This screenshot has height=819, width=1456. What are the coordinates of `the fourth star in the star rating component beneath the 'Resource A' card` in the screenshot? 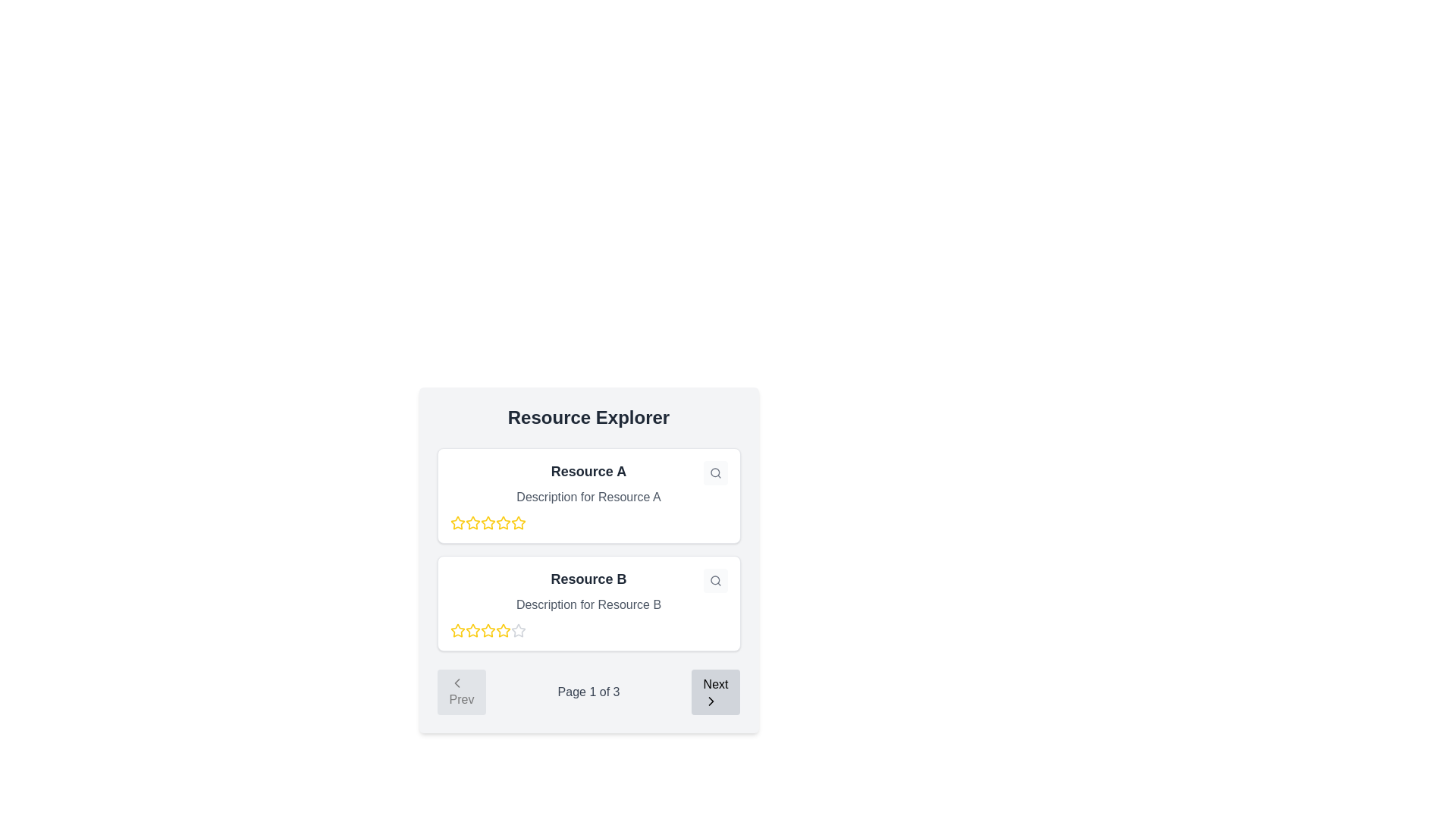 It's located at (518, 522).